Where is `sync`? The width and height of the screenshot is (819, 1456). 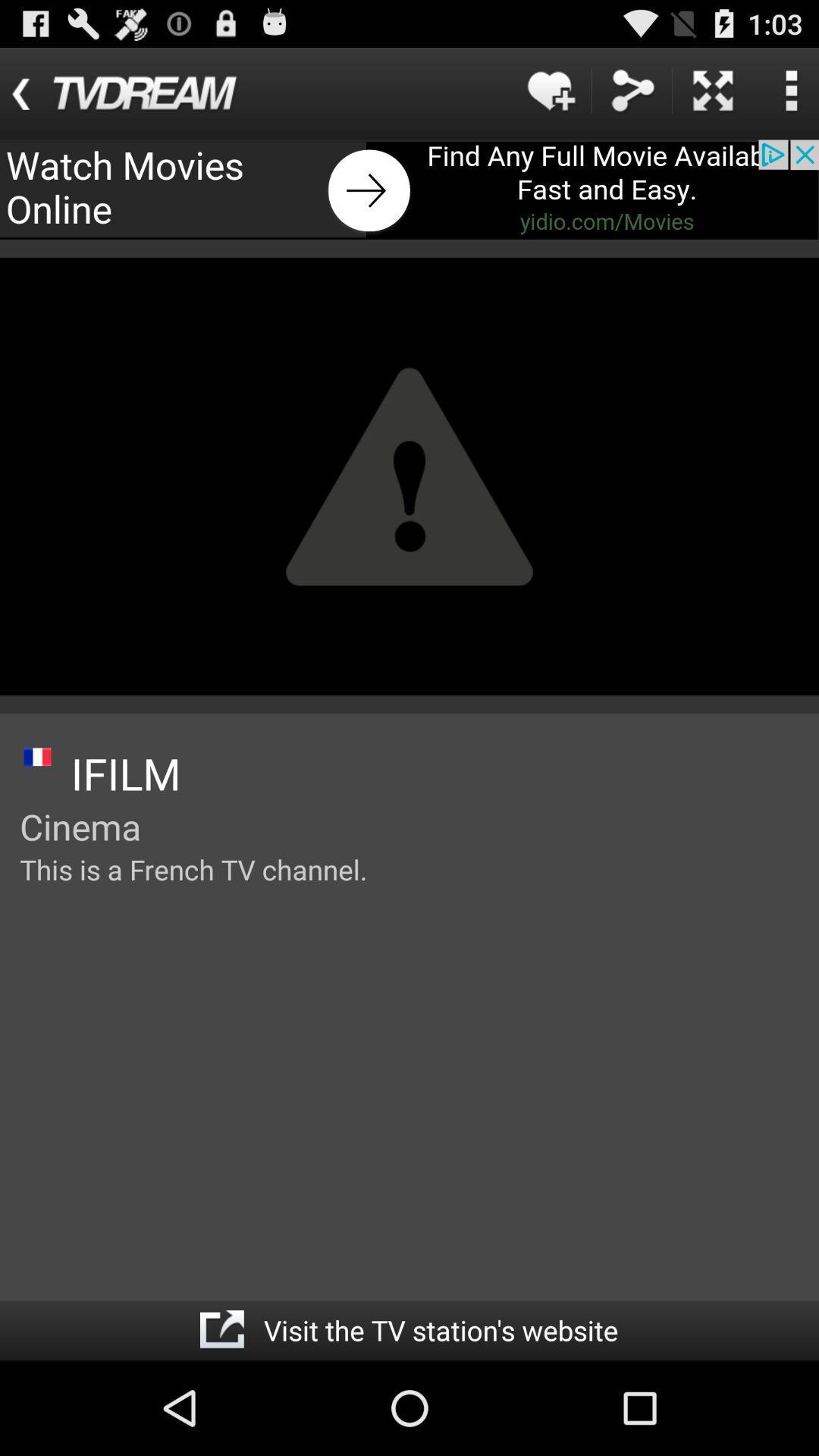
sync is located at coordinates (632, 89).